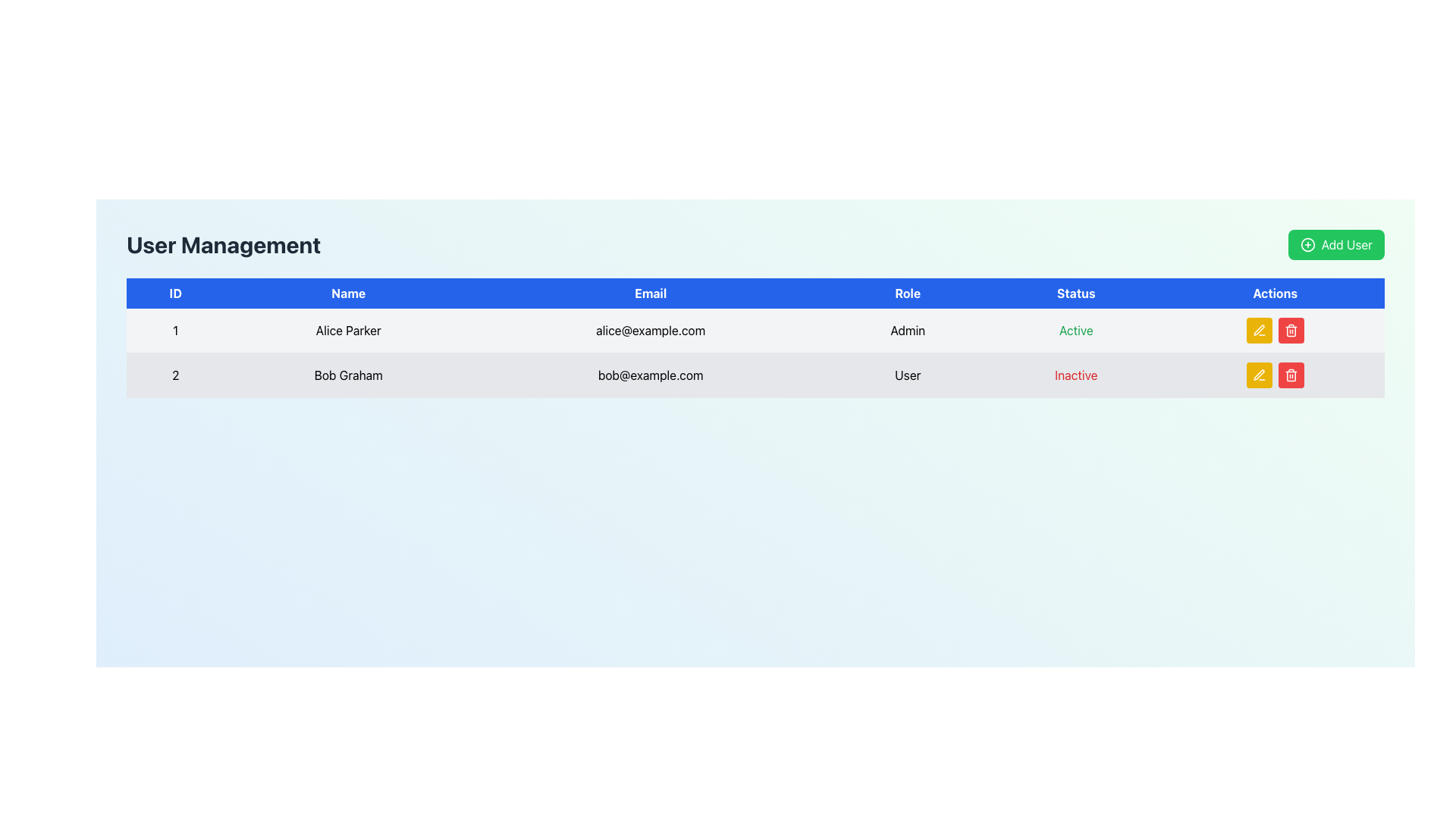  I want to click on keyboard navigation, so click(1290, 329).